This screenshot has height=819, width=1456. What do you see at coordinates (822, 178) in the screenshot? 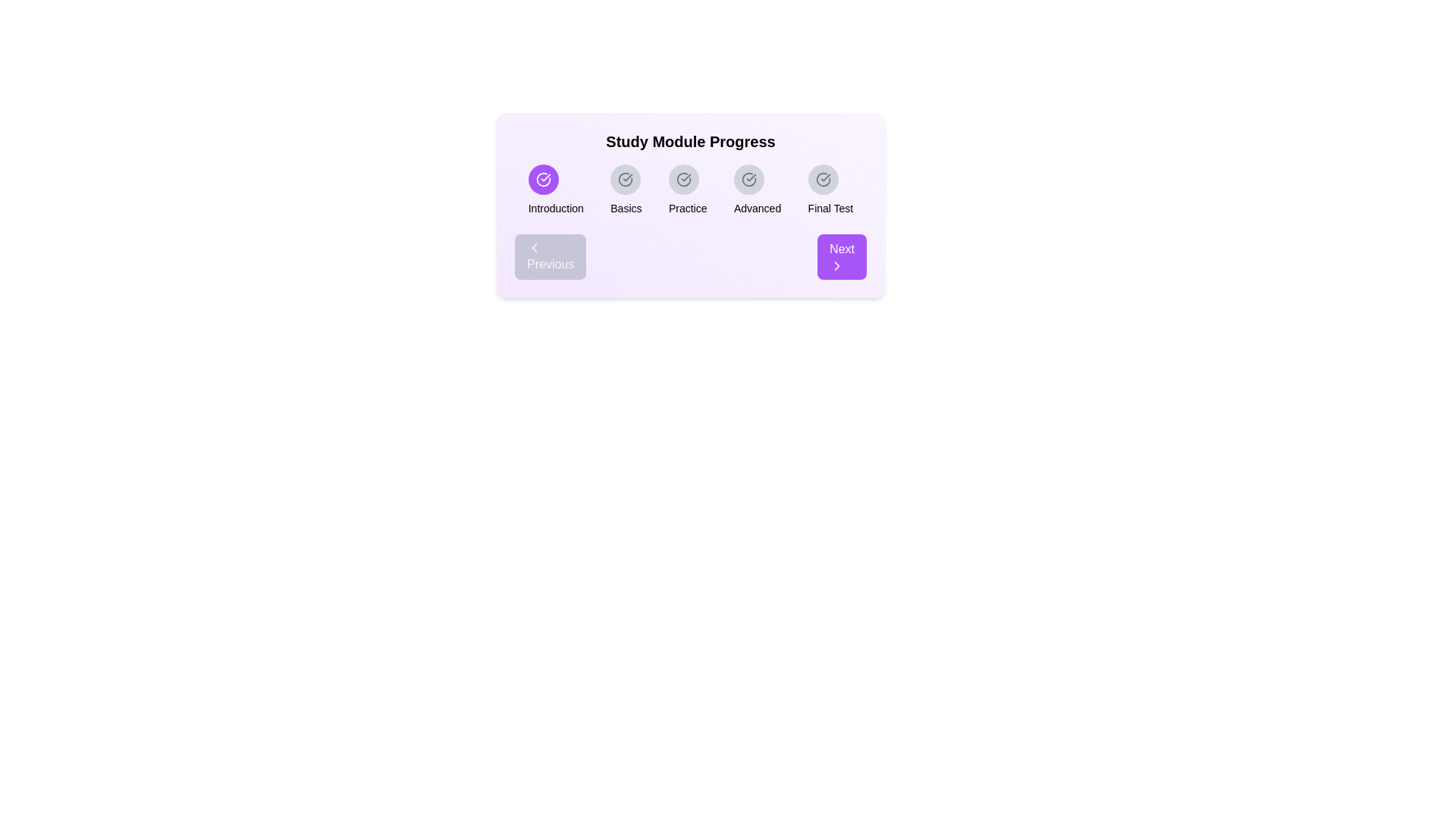
I see `the completion status icon for the 'Final Test' step in the progress tracker located in the fifth segment of the progress indicator` at bounding box center [822, 178].